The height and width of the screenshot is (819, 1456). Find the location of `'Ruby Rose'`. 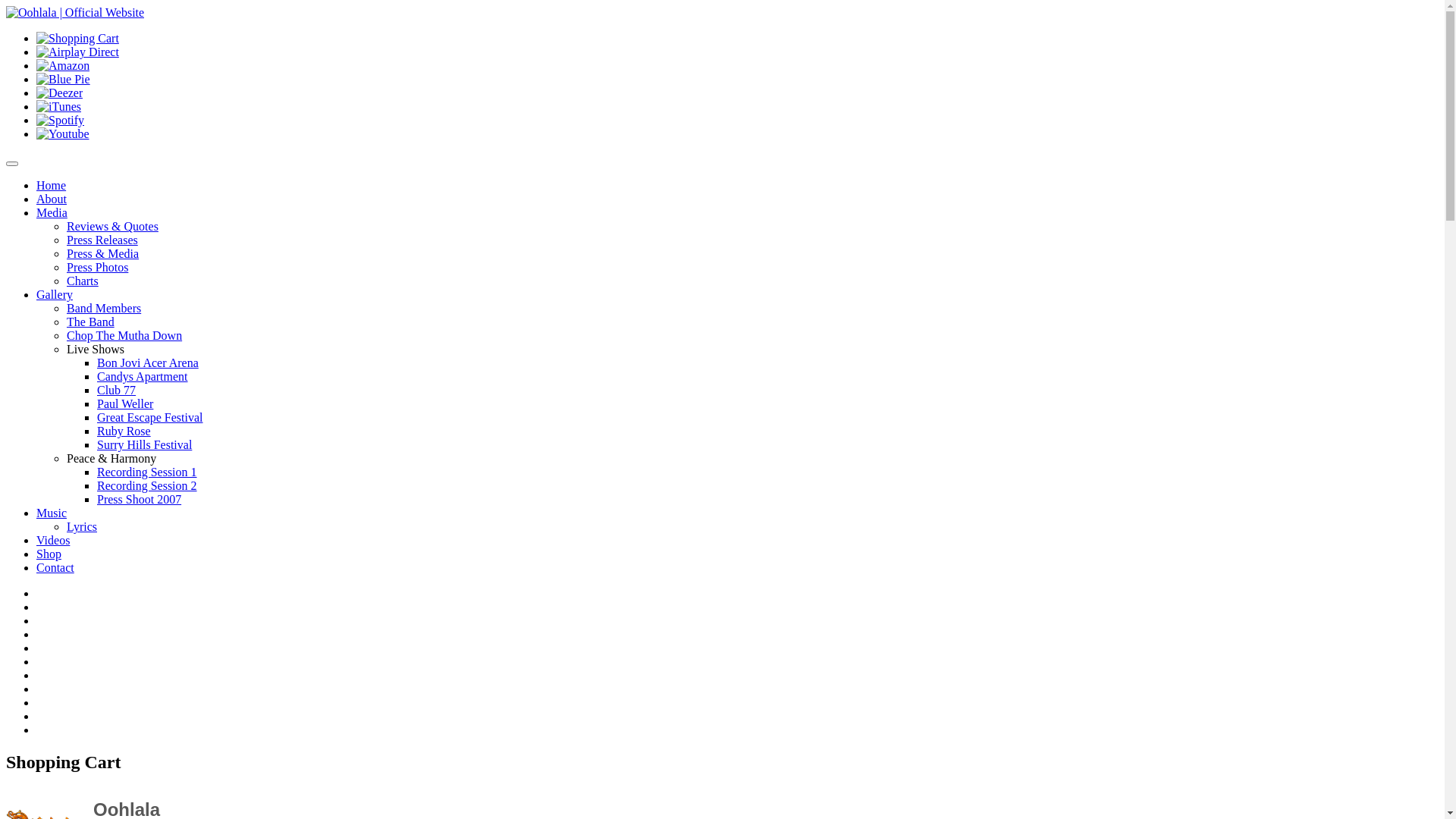

'Ruby Rose' is located at coordinates (96, 431).